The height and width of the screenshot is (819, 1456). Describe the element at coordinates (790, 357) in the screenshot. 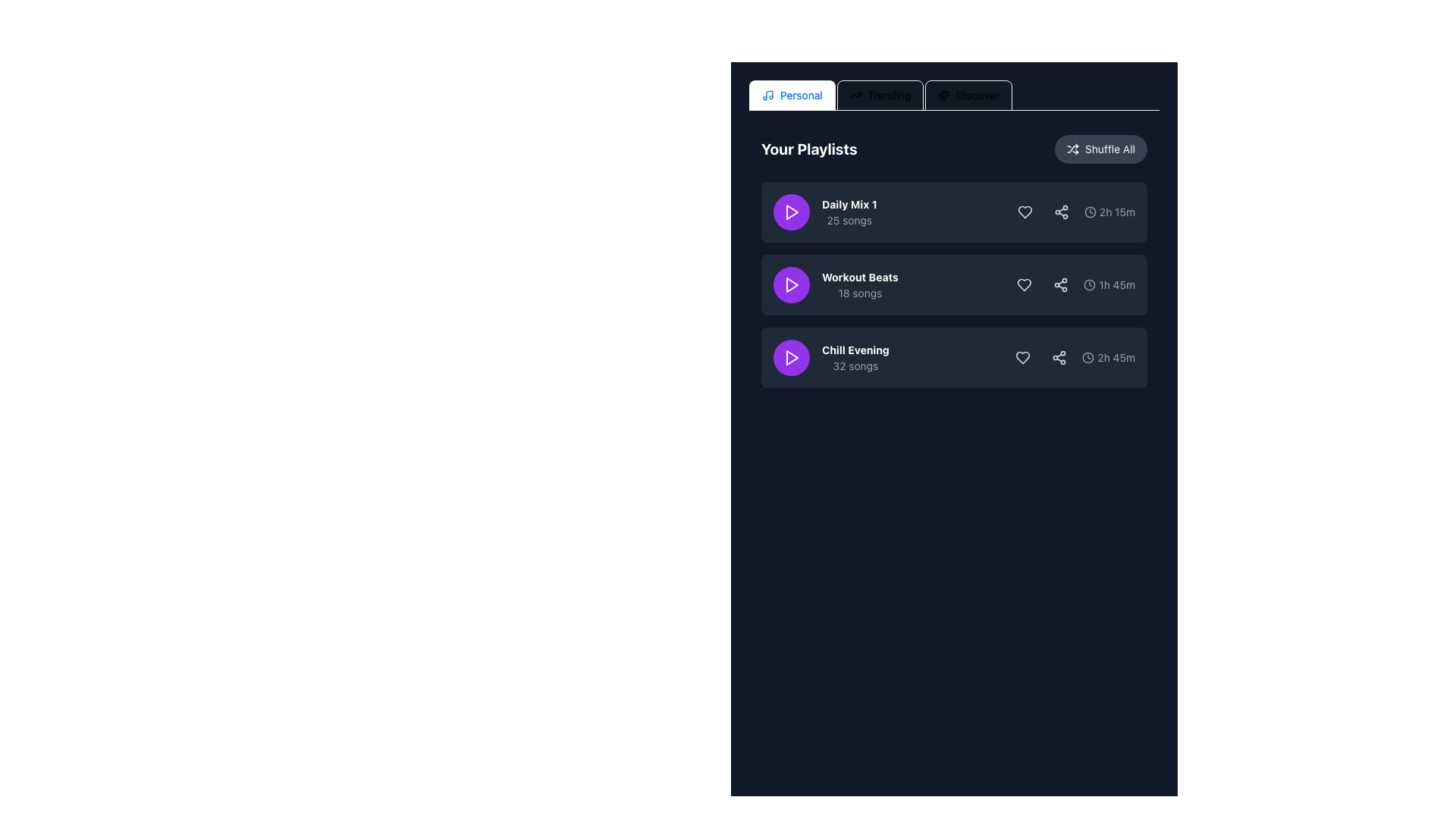

I see `the play button for the 'Chill Evening' playlist located at the leftmost part of the playlist card` at that location.